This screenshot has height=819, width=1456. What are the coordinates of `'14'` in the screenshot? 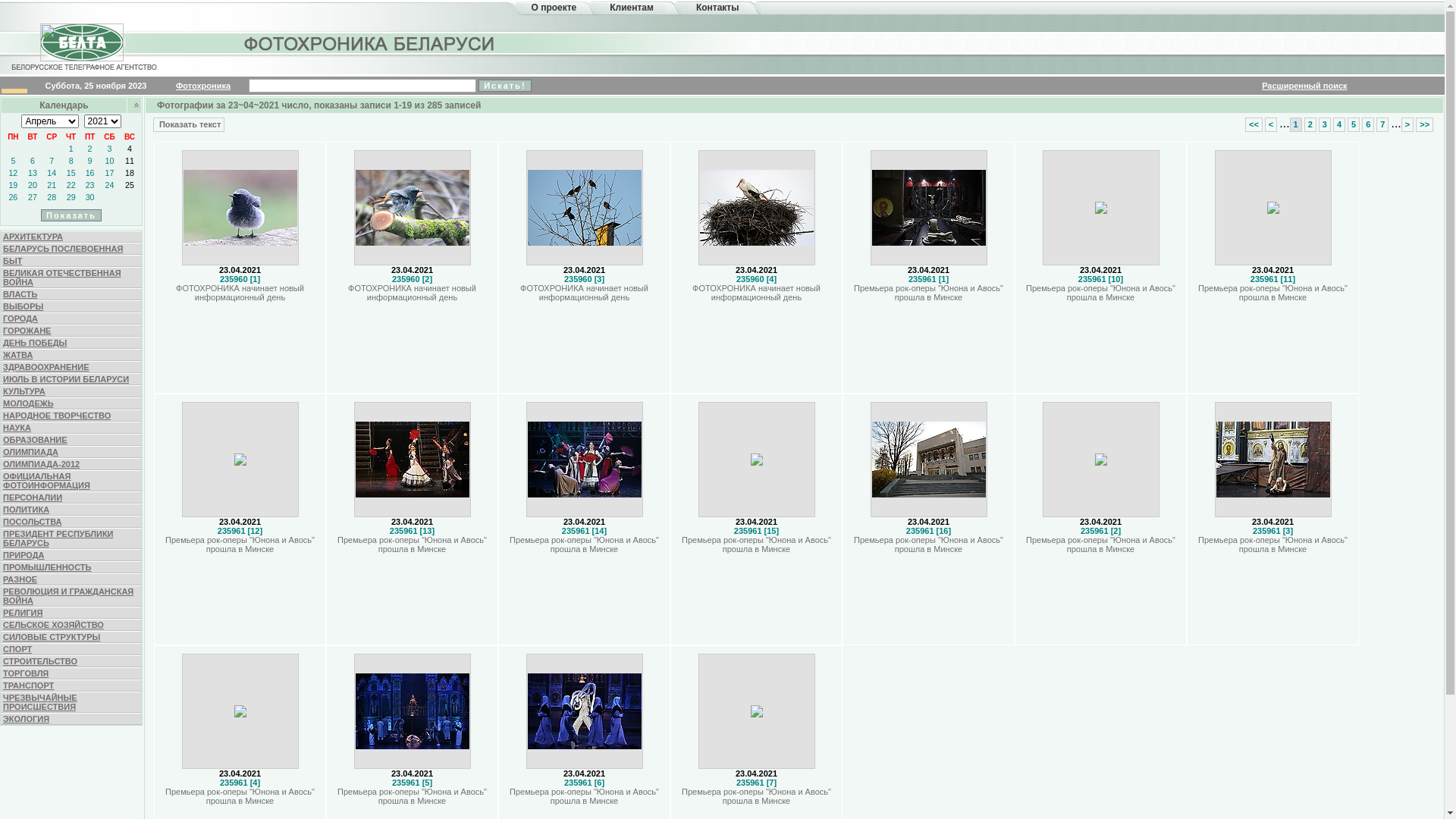 It's located at (47, 171).